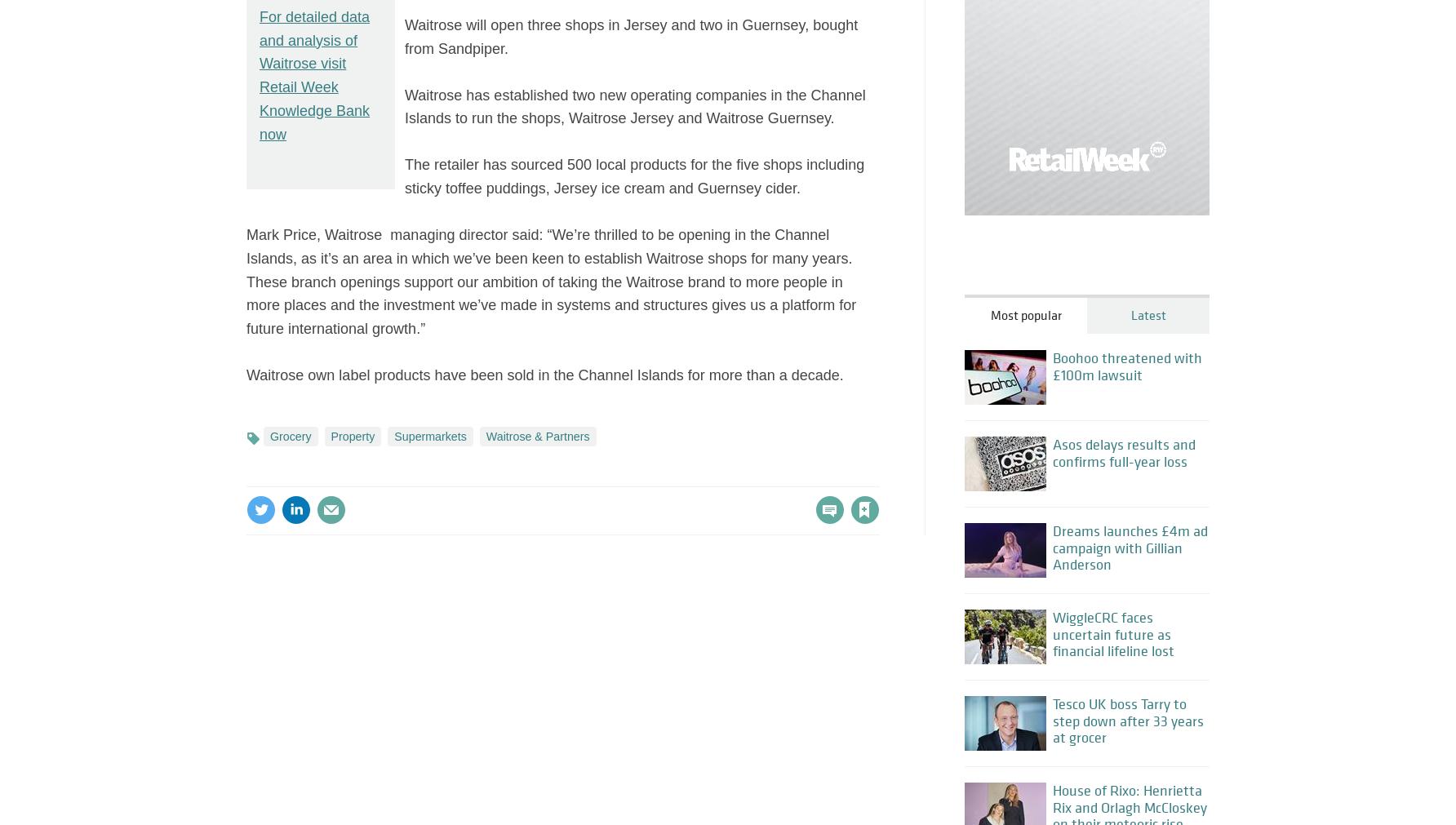 Image resolution: width=1456 pixels, height=825 pixels. What do you see at coordinates (429, 436) in the screenshot?
I see `'Supermarkets'` at bounding box center [429, 436].